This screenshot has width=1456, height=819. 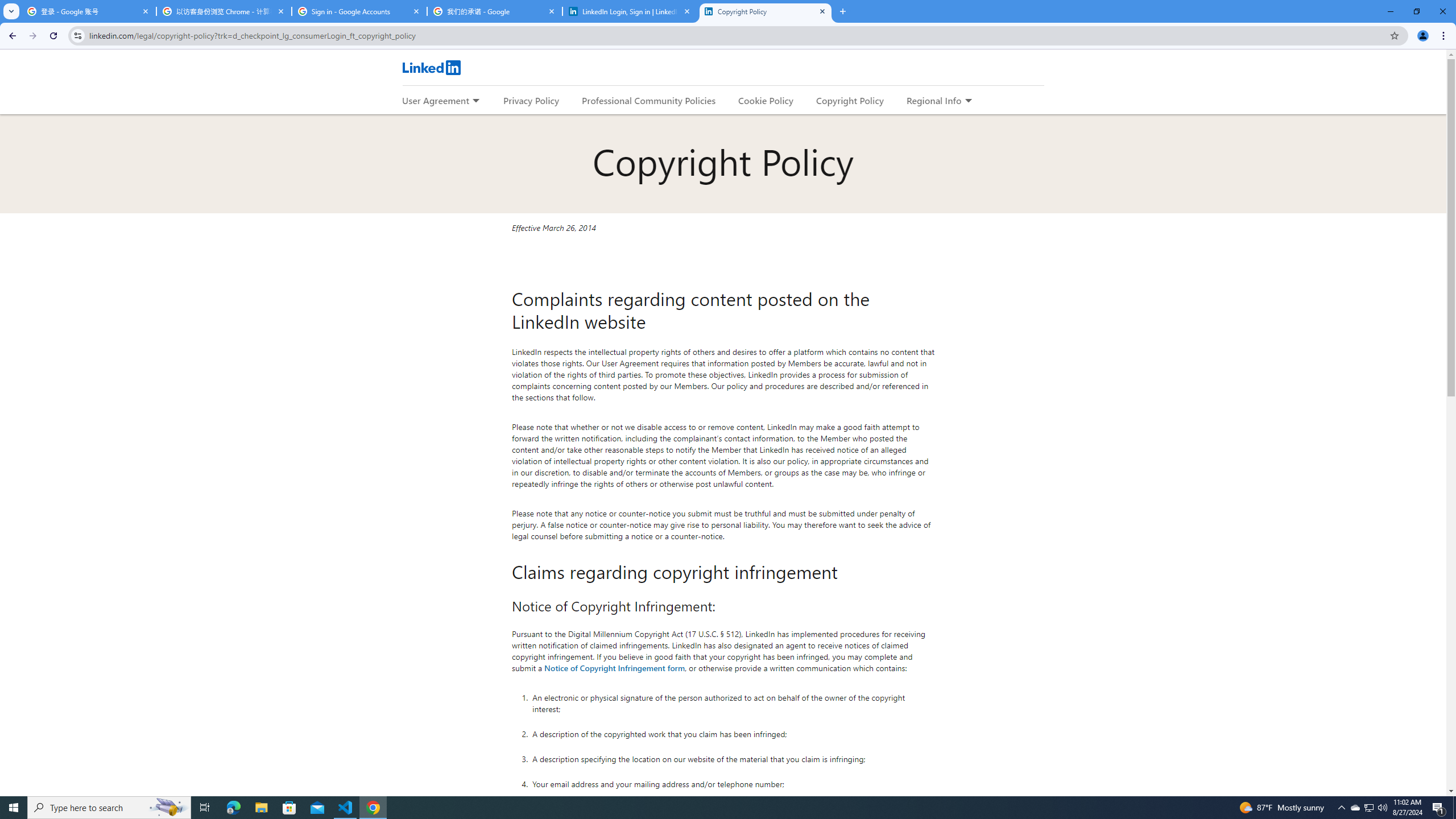 What do you see at coordinates (649, 100) in the screenshot?
I see `'Professional Community Policies'` at bounding box center [649, 100].